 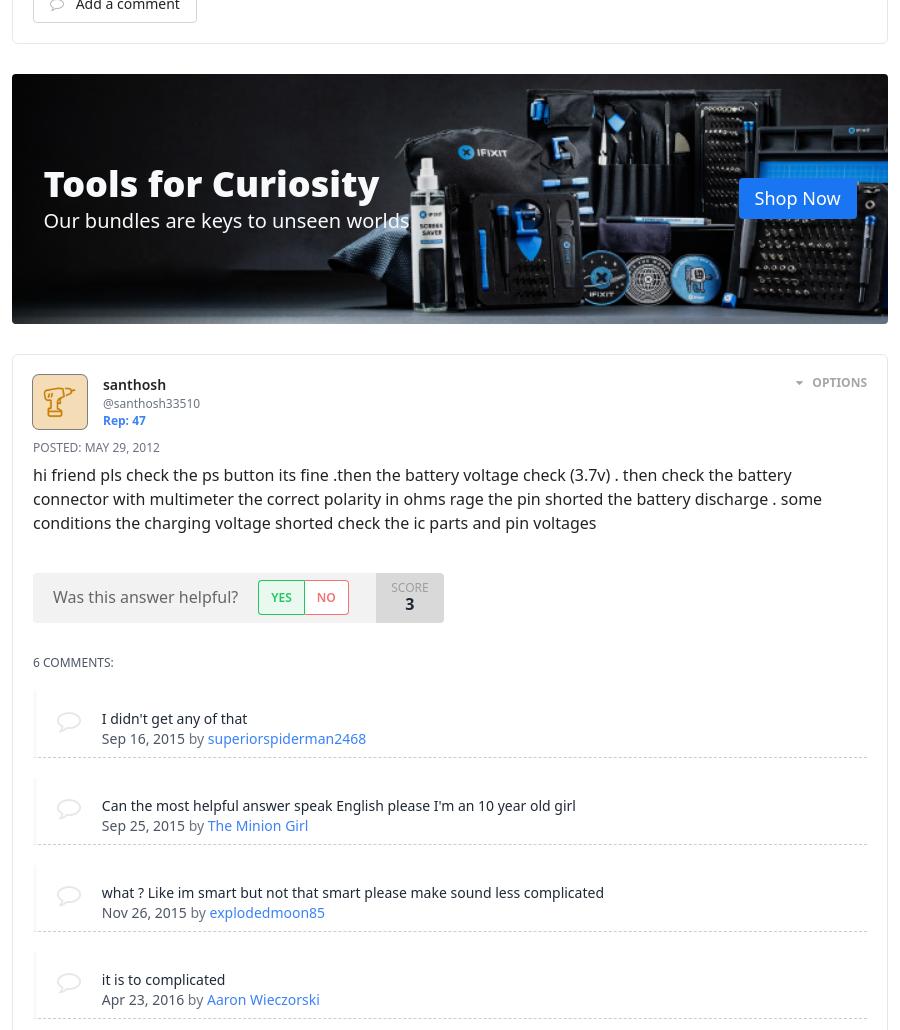 What do you see at coordinates (173, 718) in the screenshot?
I see `'I didn't get any of that'` at bounding box center [173, 718].